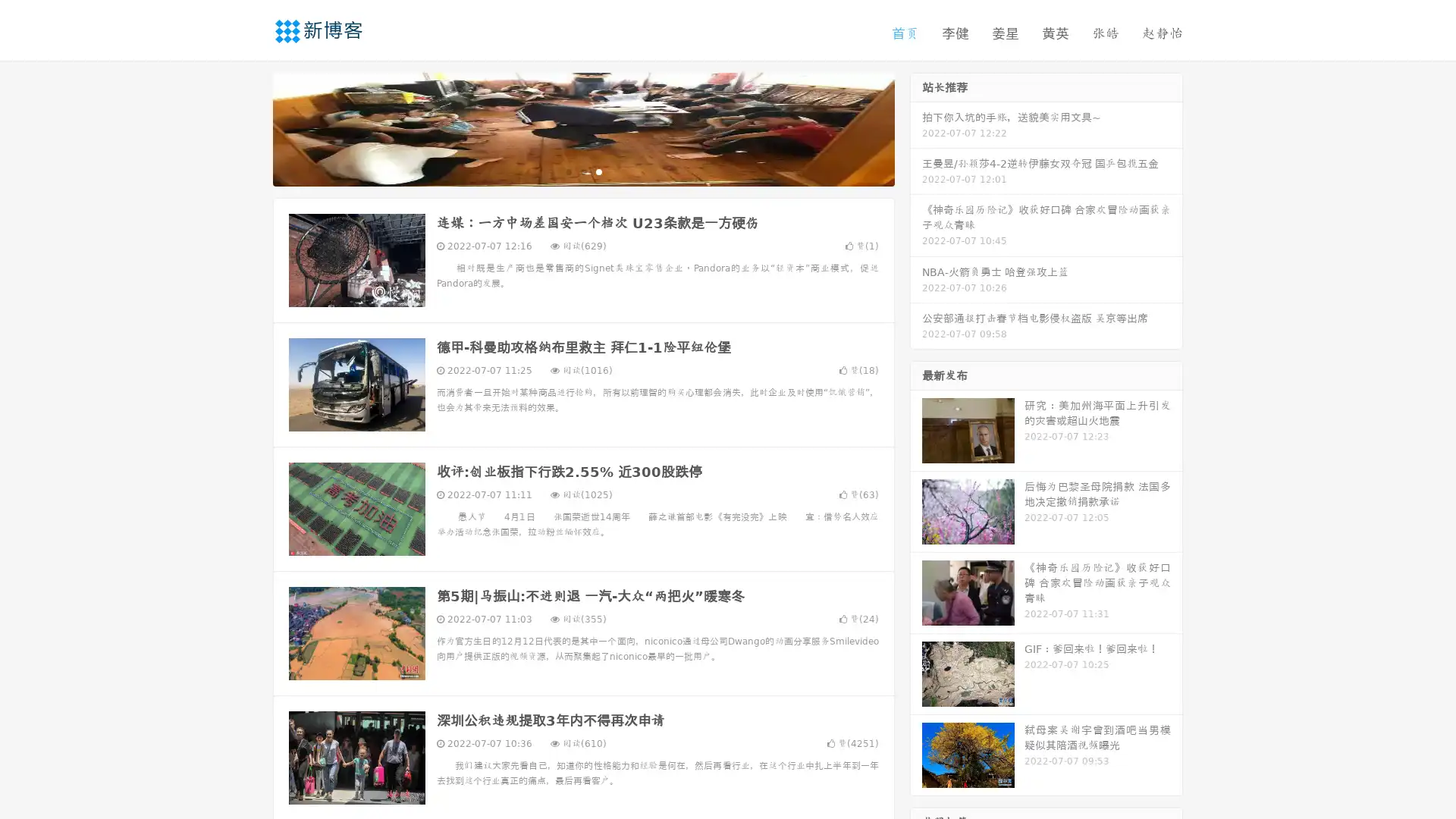 The height and width of the screenshot is (819, 1456). Describe the element at coordinates (582, 171) in the screenshot. I see `Go to slide 2` at that location.